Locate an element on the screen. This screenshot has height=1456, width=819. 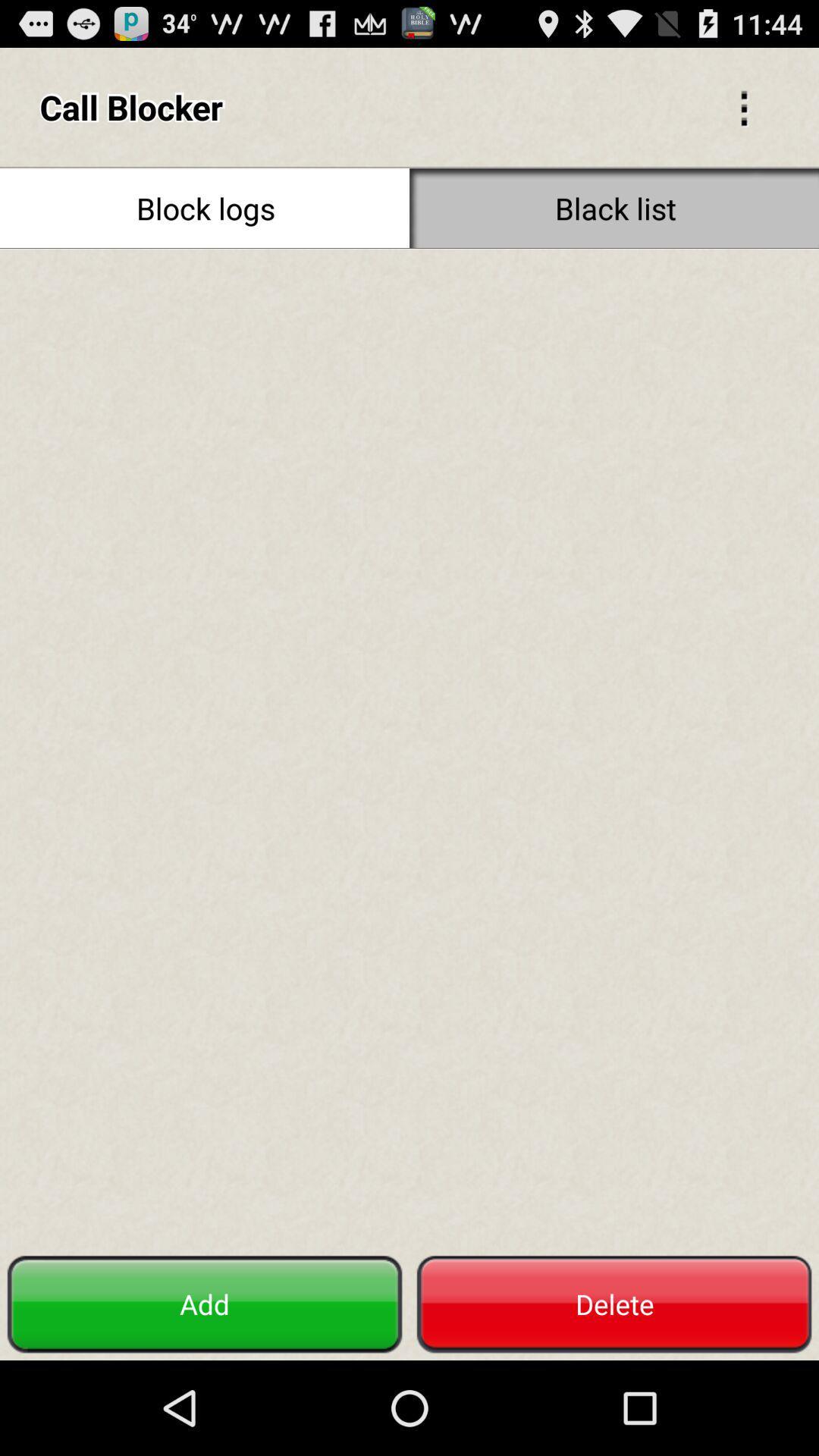
icon next to black list icon is located at coordinates (205, 207).